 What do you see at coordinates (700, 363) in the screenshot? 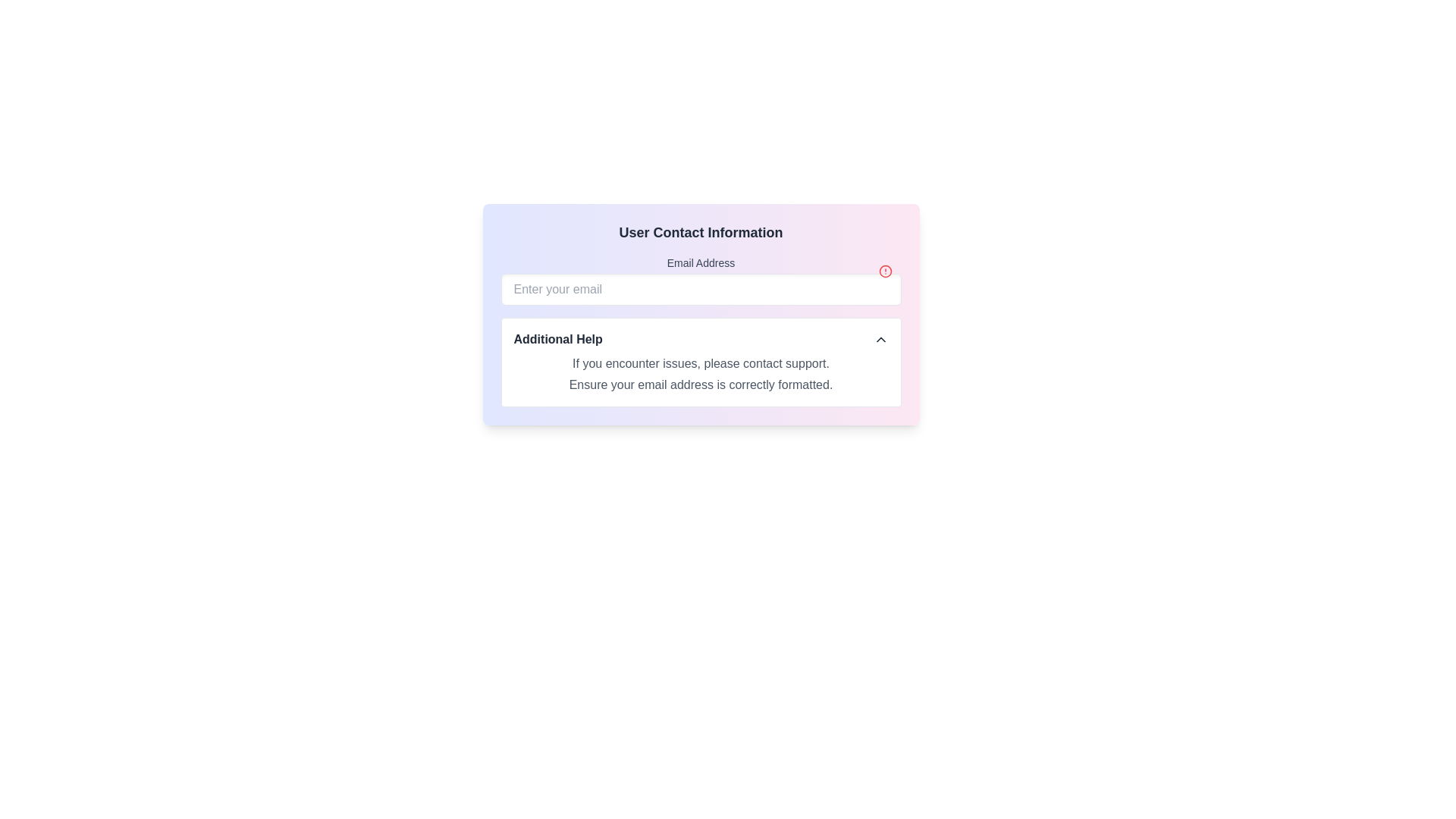
I see `the help Text Label that advises users to contact support, located beneath the 'Additional Help' header` at bounding box center [700, 363].